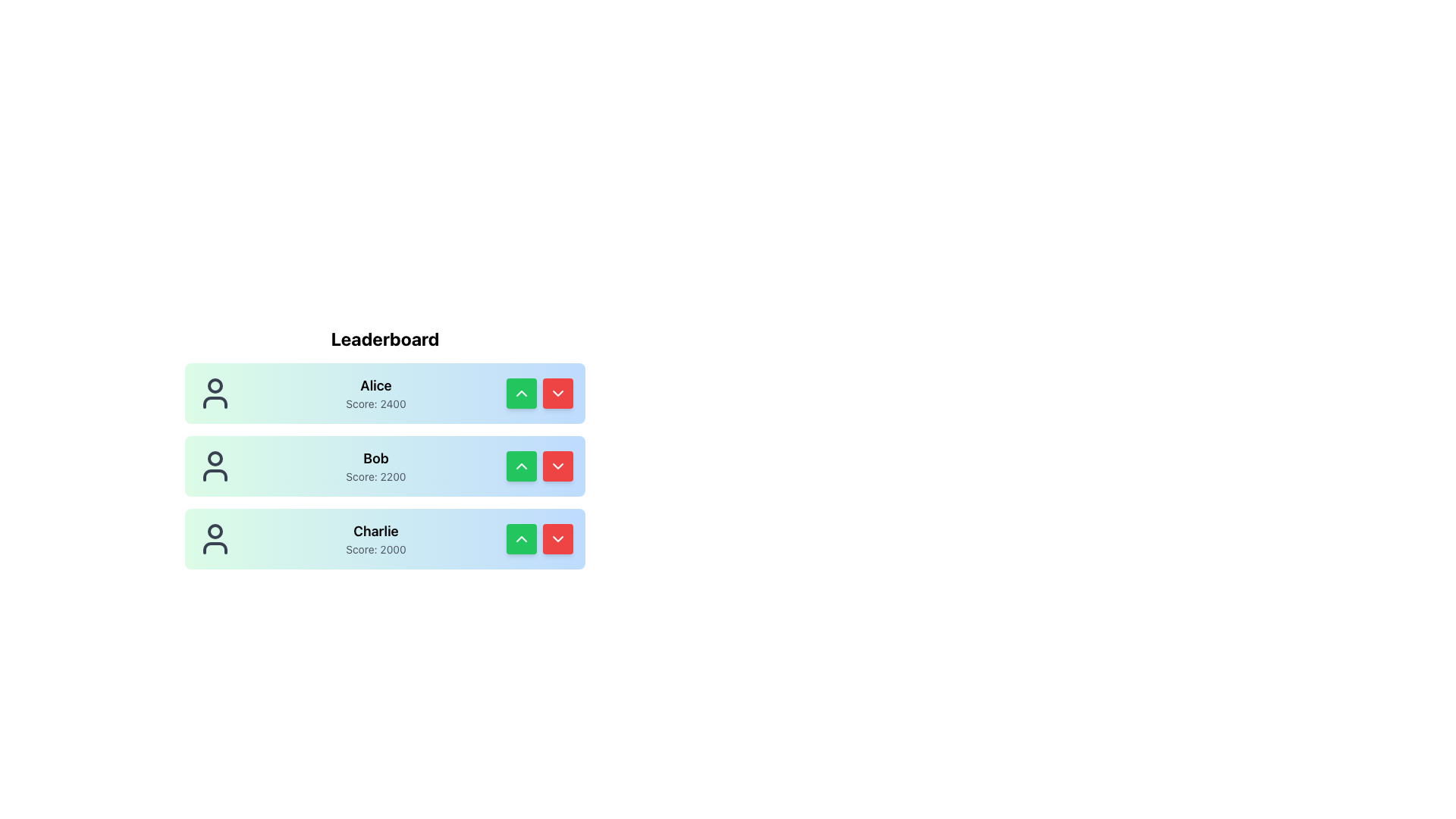  Describe the element at coordinates (214, 385) in the screenshot. I see `the SVG Circle located at the center-top of the user icon for 'Alice' on the leaderboard card` at that location.